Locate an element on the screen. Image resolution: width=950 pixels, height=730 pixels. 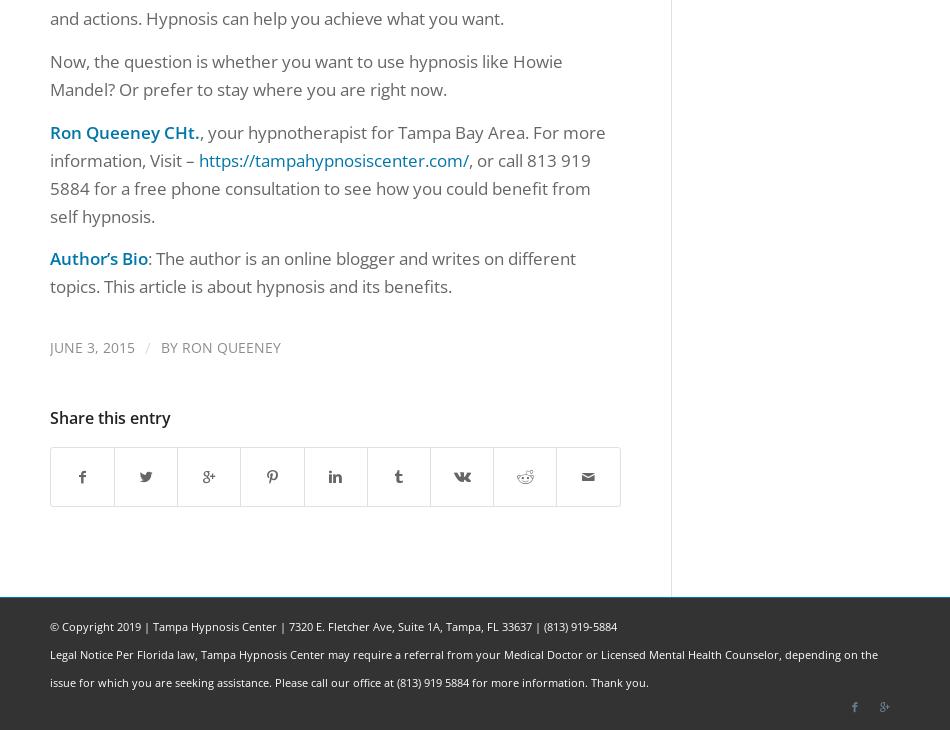
'https://tampahypnosiscenter.com/' is located at coordinates (333, 158).